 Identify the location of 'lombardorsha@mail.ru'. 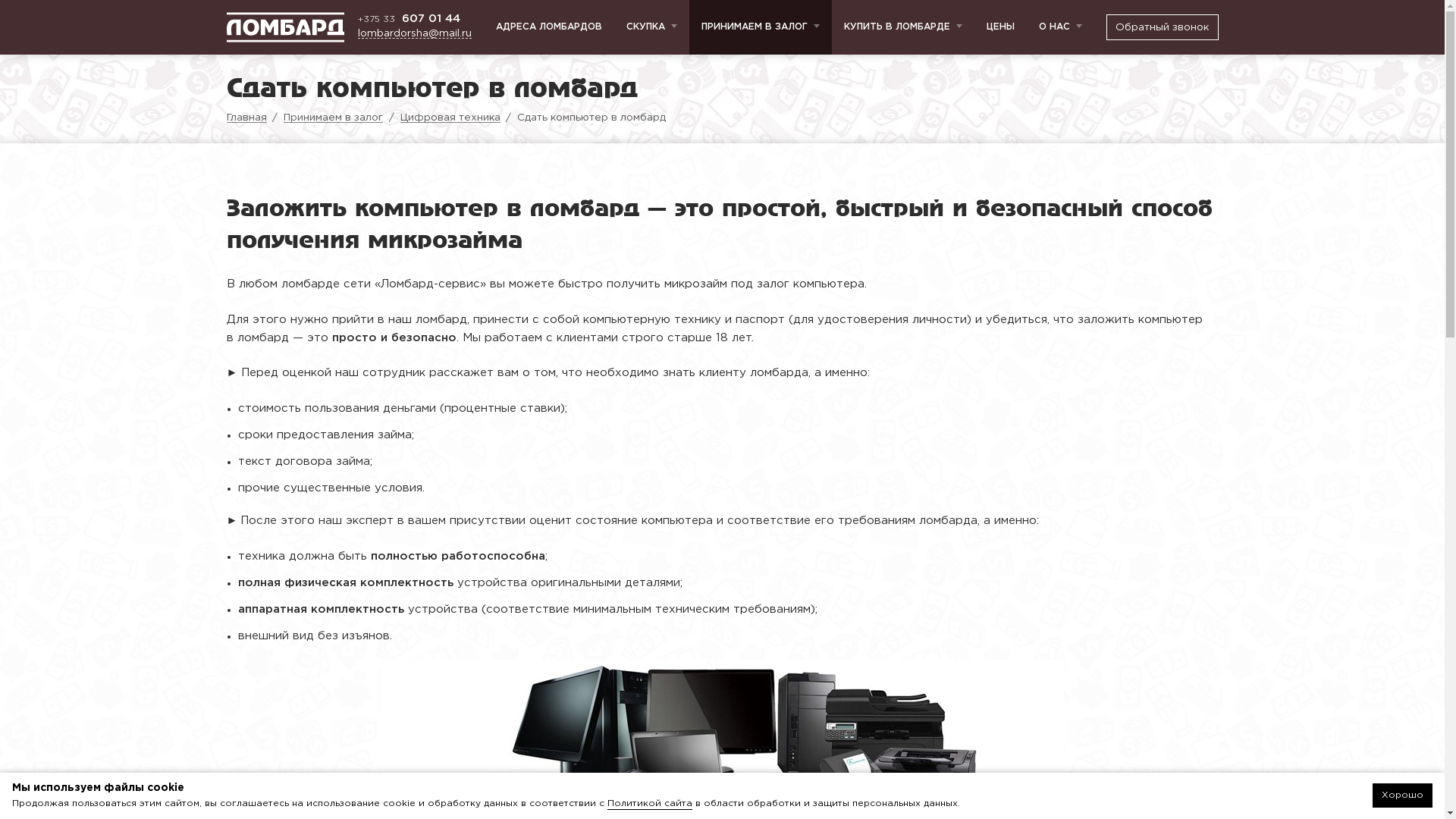
(415, 33).